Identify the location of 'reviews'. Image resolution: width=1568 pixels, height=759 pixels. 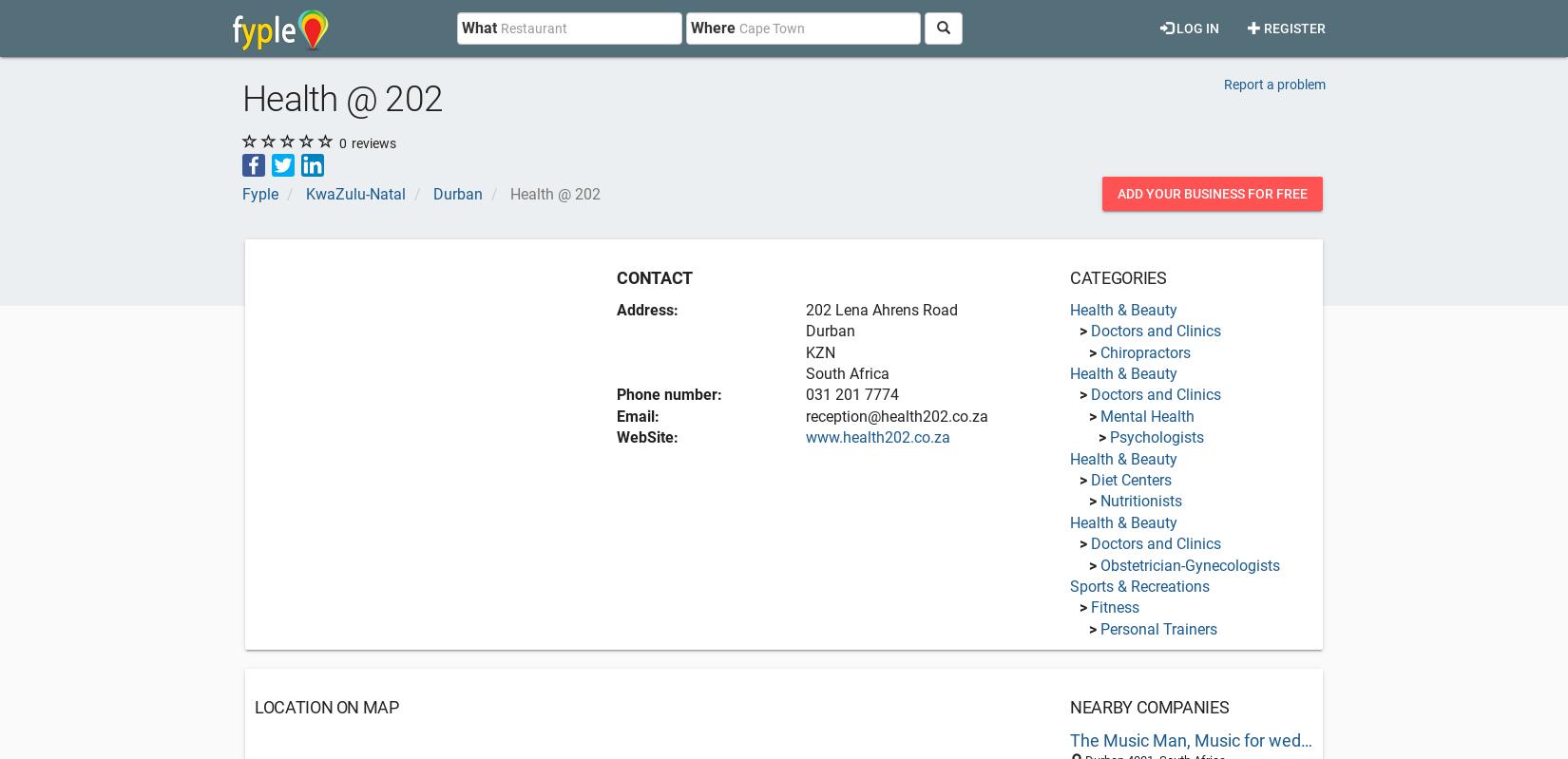
(373, 142).